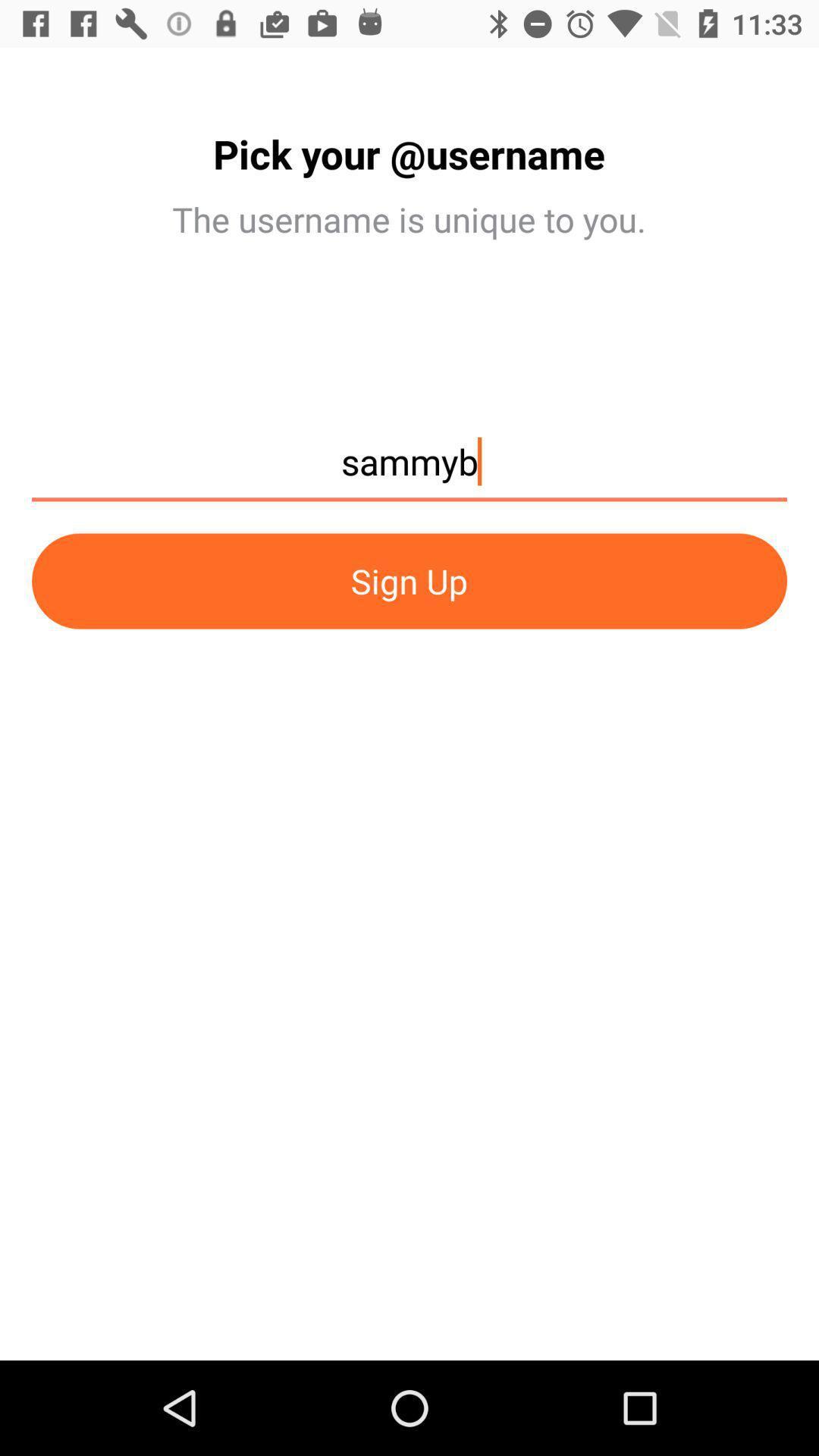 The image size is (819, 1456). Describe the element at coordinates (409, 469) in the screenshot. I see `icon above the sign up icon` at that location.